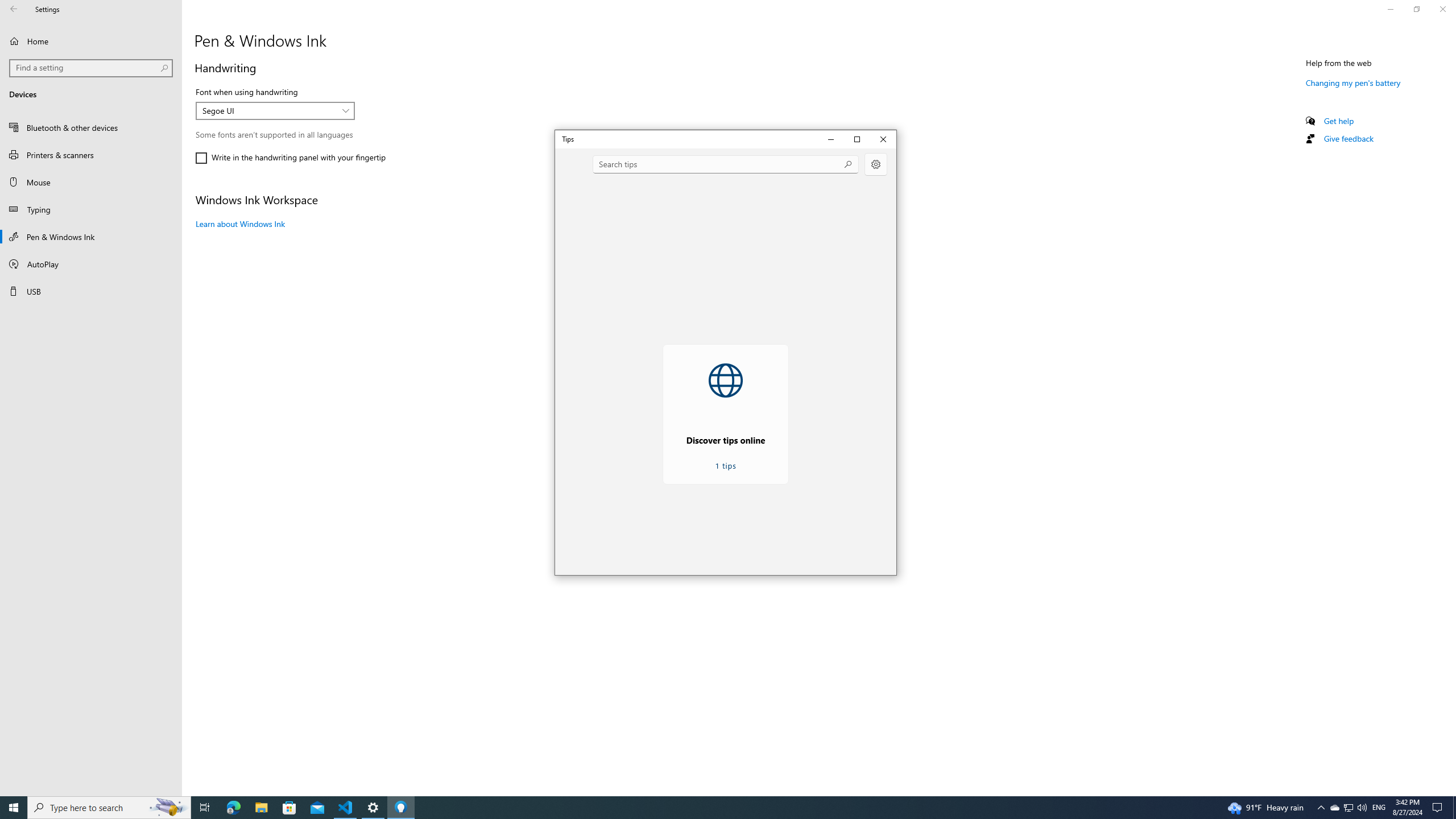 The width and height of the screenshot is (1456, 819). I want to click on 'Tray Input Indicator - English (United States)', so click(1379, 806).